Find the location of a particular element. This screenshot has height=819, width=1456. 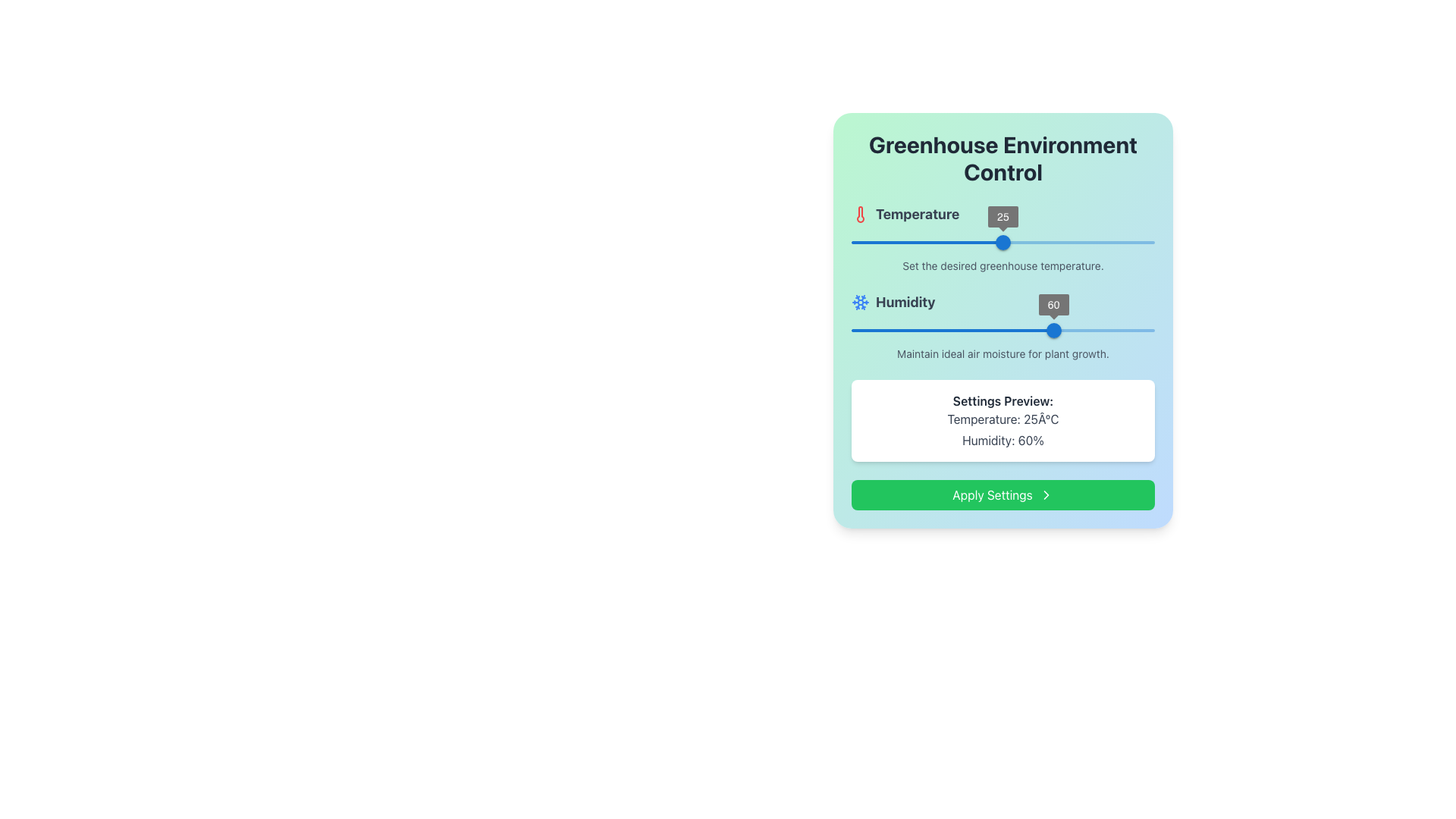

the humidity is located at coordinates (975, 329).